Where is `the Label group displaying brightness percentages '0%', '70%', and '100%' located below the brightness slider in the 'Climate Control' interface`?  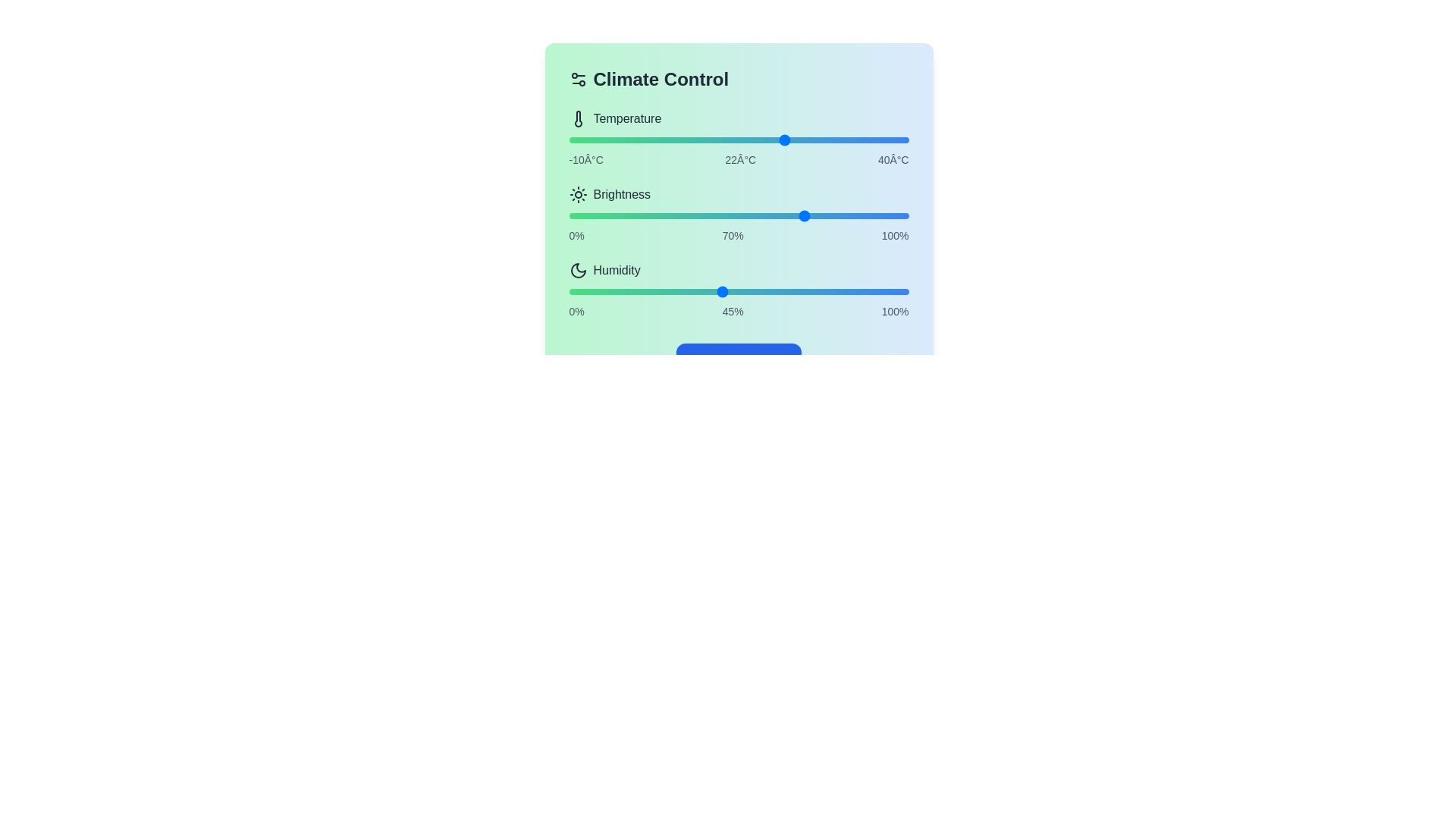 the Label group displaying brightness percentages '0%', '70%', and '100%' located below the brightness slider in the 'Climate Control' interface is located at coordinates (739, 236).